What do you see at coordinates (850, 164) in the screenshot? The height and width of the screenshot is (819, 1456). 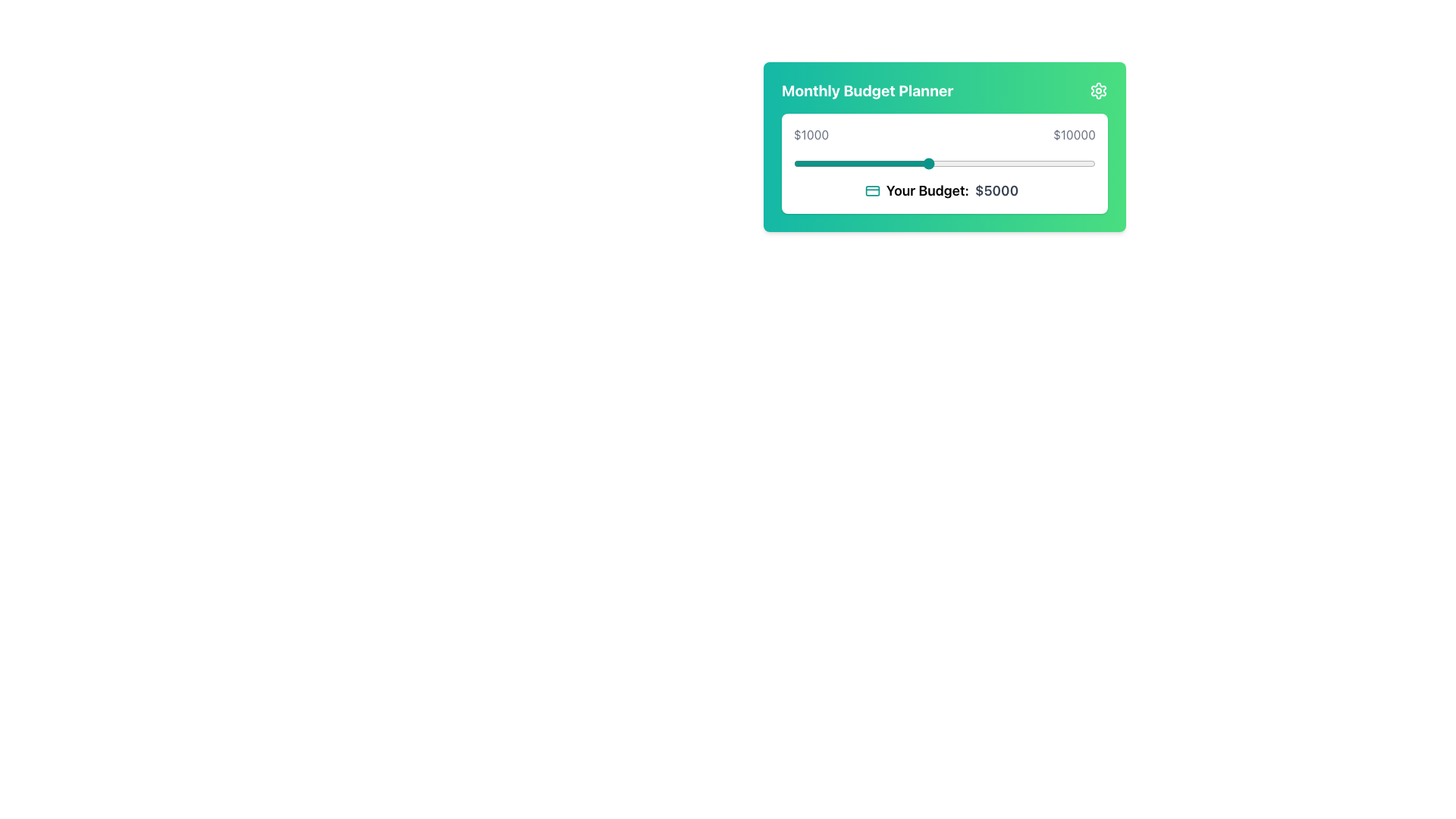 I see `the budget` at bounding box center [850, 164].